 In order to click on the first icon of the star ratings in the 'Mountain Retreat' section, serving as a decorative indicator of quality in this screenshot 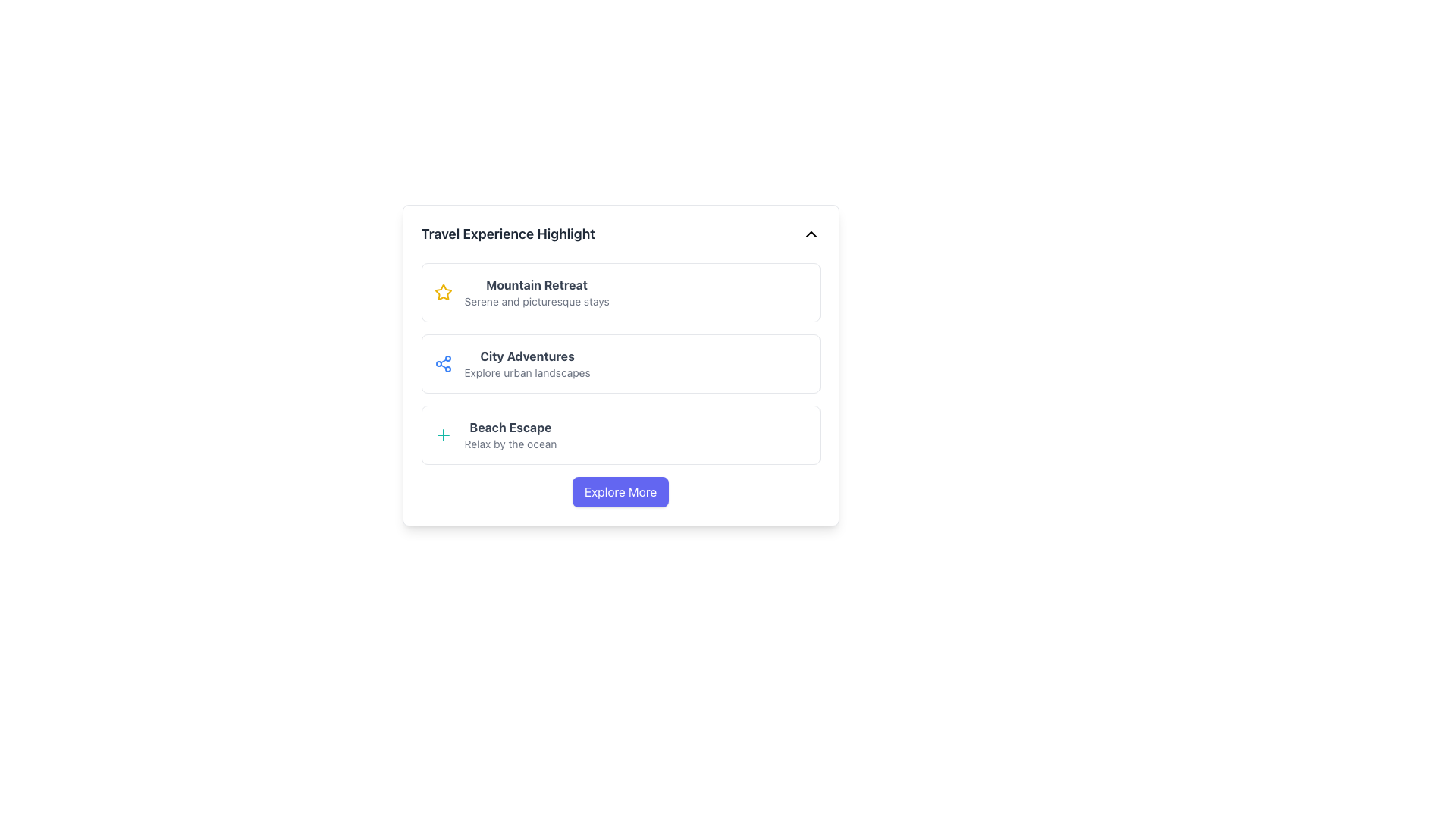, I will do `click(442, 292)`.